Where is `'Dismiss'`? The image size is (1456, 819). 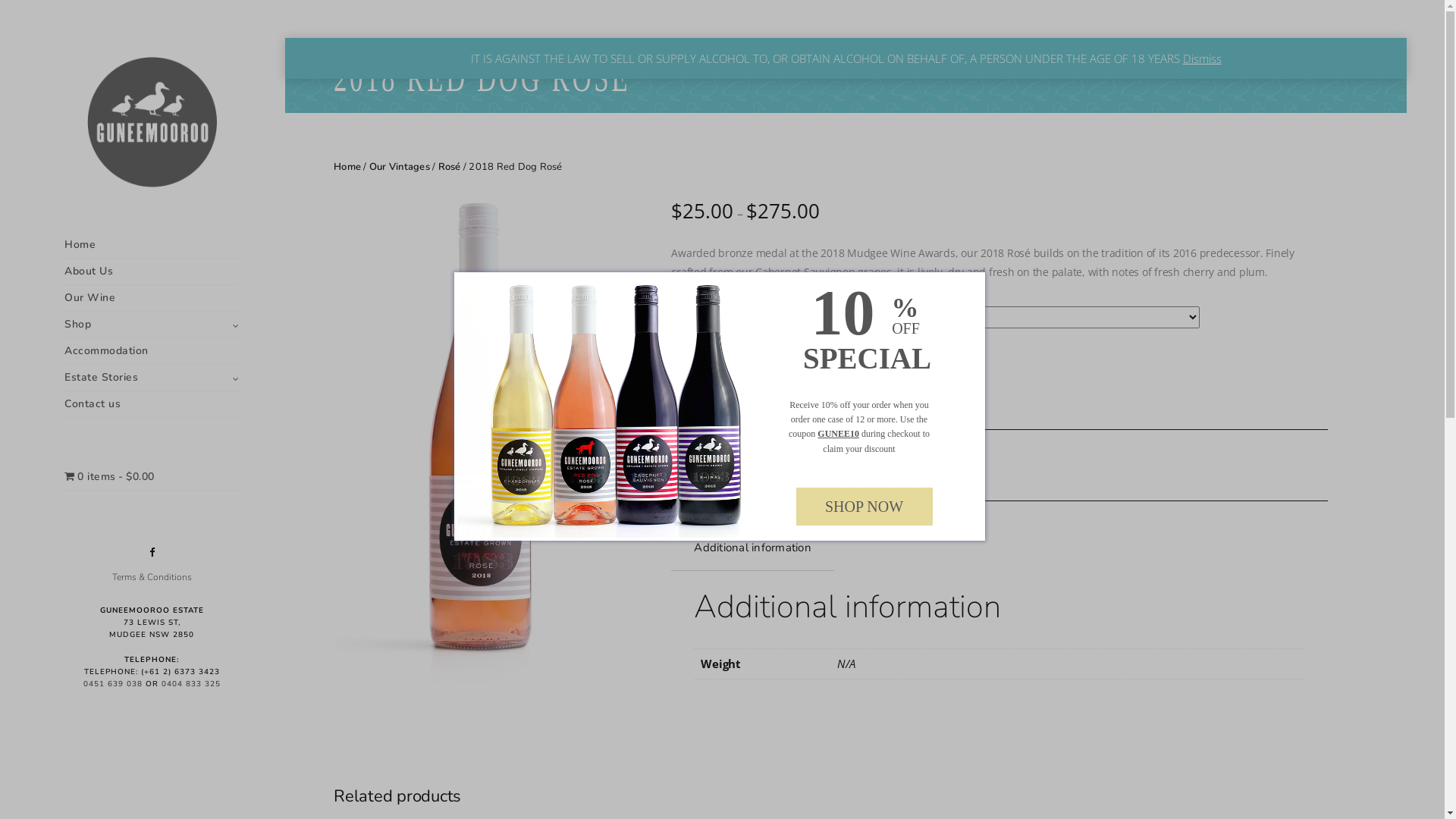 'Dismiss' is located at coordinates (1201, 58).